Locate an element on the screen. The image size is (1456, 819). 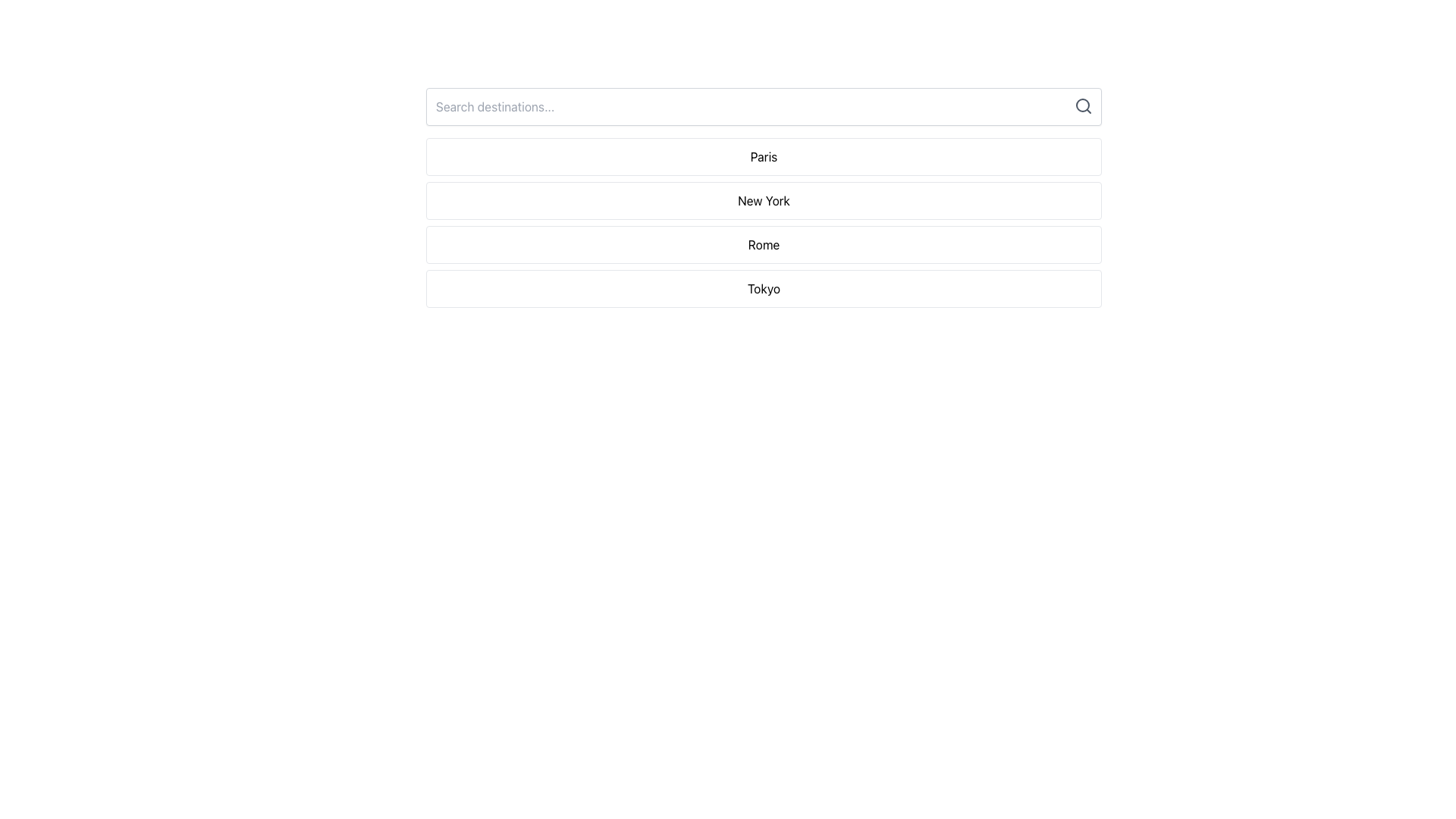
the placeholder text 'Search destinations...' in the search bar located at the top of the section before the buttons is located at coordinates (764, 106).